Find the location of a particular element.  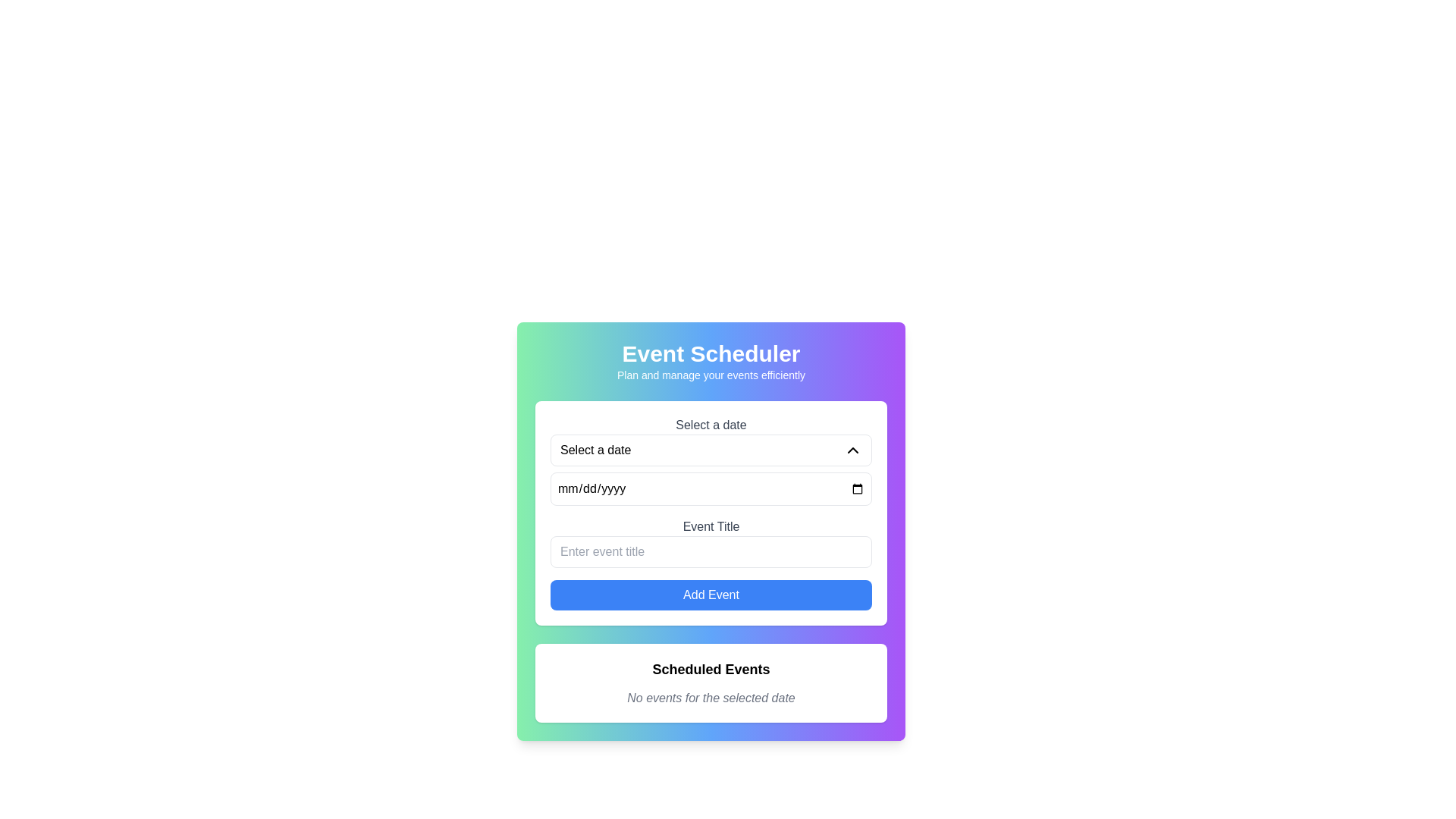

text label that serves as the header for the scheduled events section, positioned at the top of a white, shadowed, rounded rectangular area below the 'Event Scheduler' form is located at coordinates (710, 669).